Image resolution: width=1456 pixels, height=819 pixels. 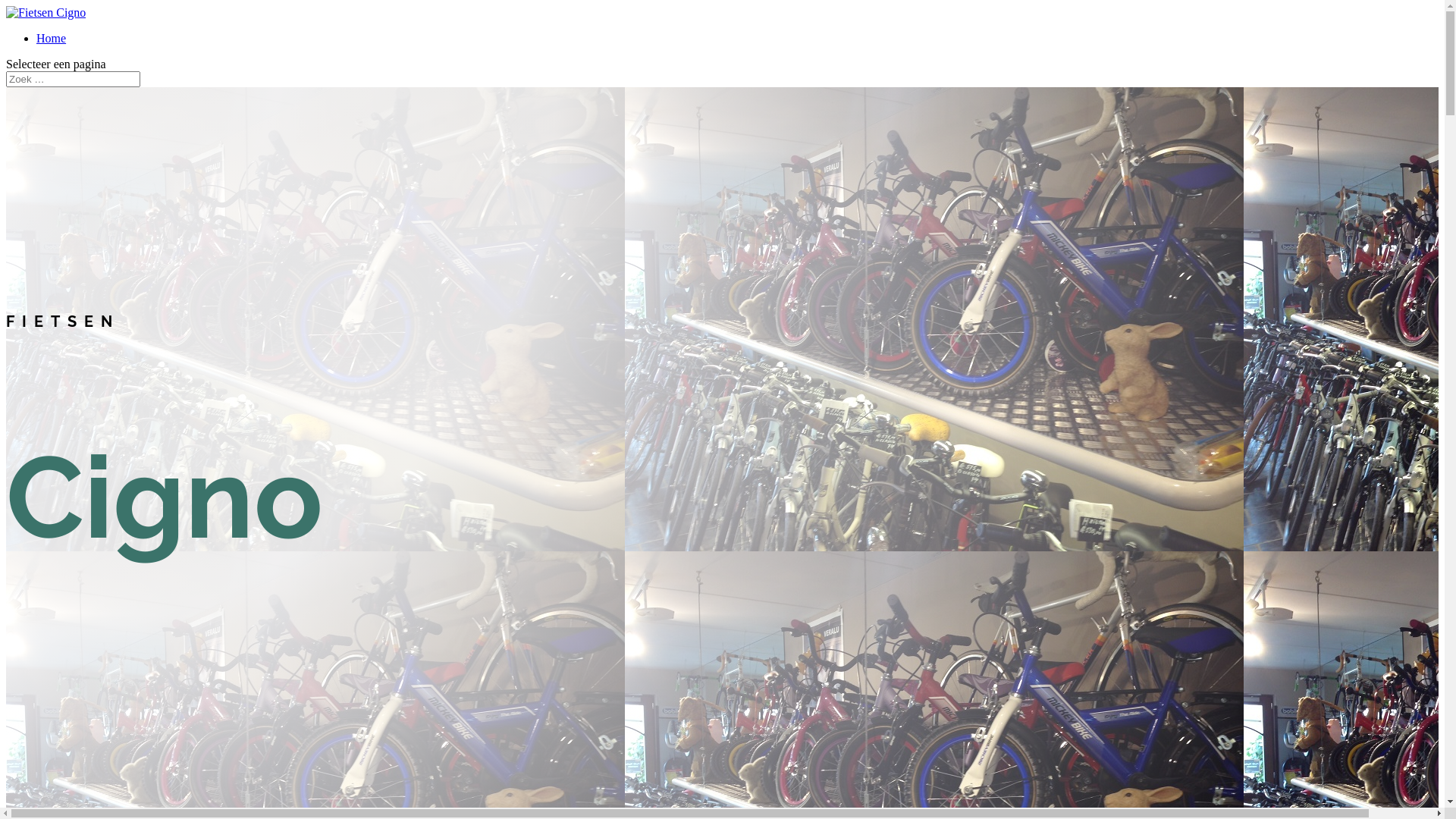 I want to click on 'Zoek naar:', so click(x=72, y=79).